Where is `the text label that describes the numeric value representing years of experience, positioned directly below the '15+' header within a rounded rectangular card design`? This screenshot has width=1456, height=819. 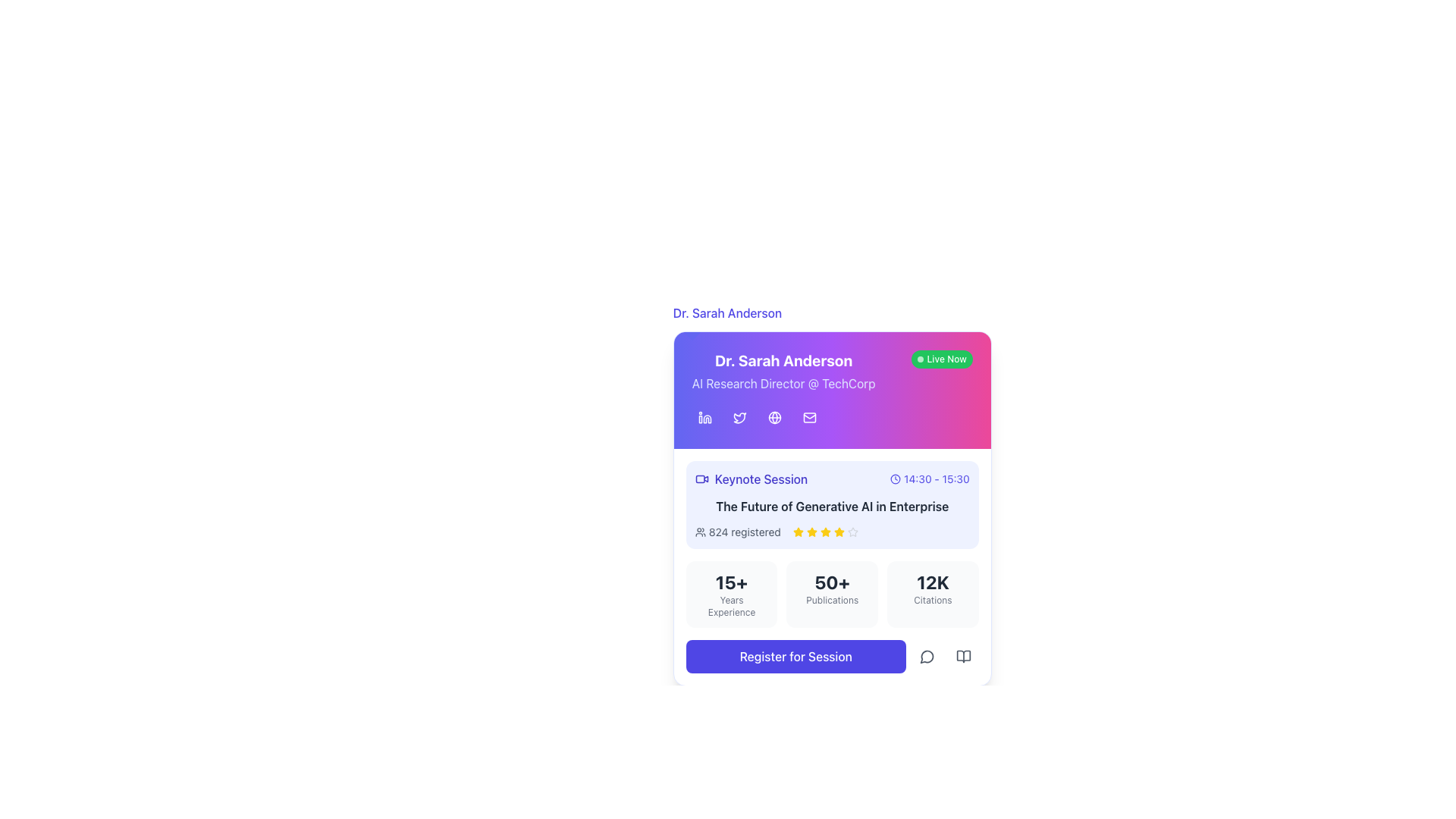
the text label that describes the numeric value representing years of experience, positioned directly below the '15+' header within a rounded rectangular card design is located at coordinates (731, 605).